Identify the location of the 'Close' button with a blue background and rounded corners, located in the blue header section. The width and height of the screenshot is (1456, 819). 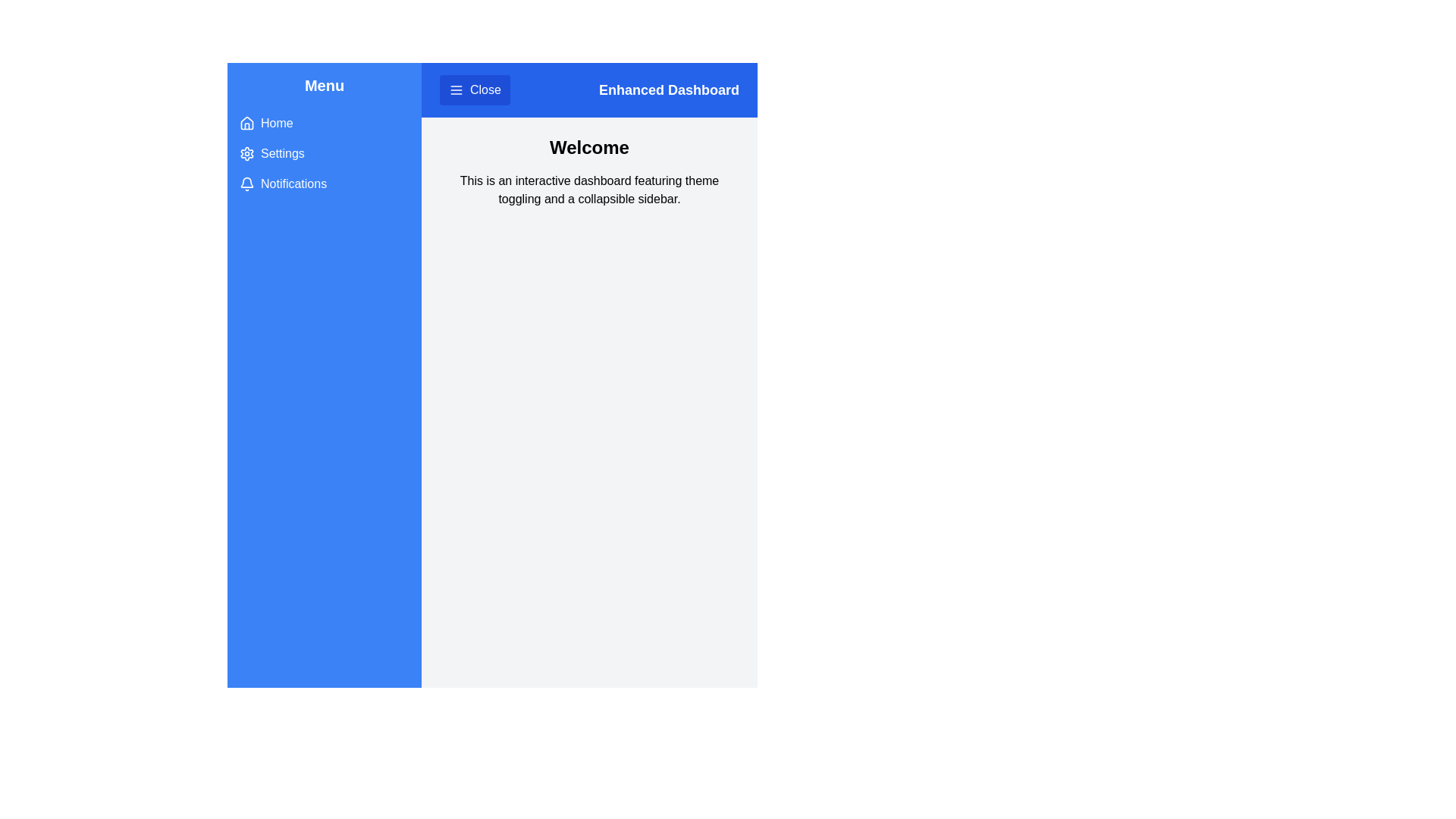
(473, 90).